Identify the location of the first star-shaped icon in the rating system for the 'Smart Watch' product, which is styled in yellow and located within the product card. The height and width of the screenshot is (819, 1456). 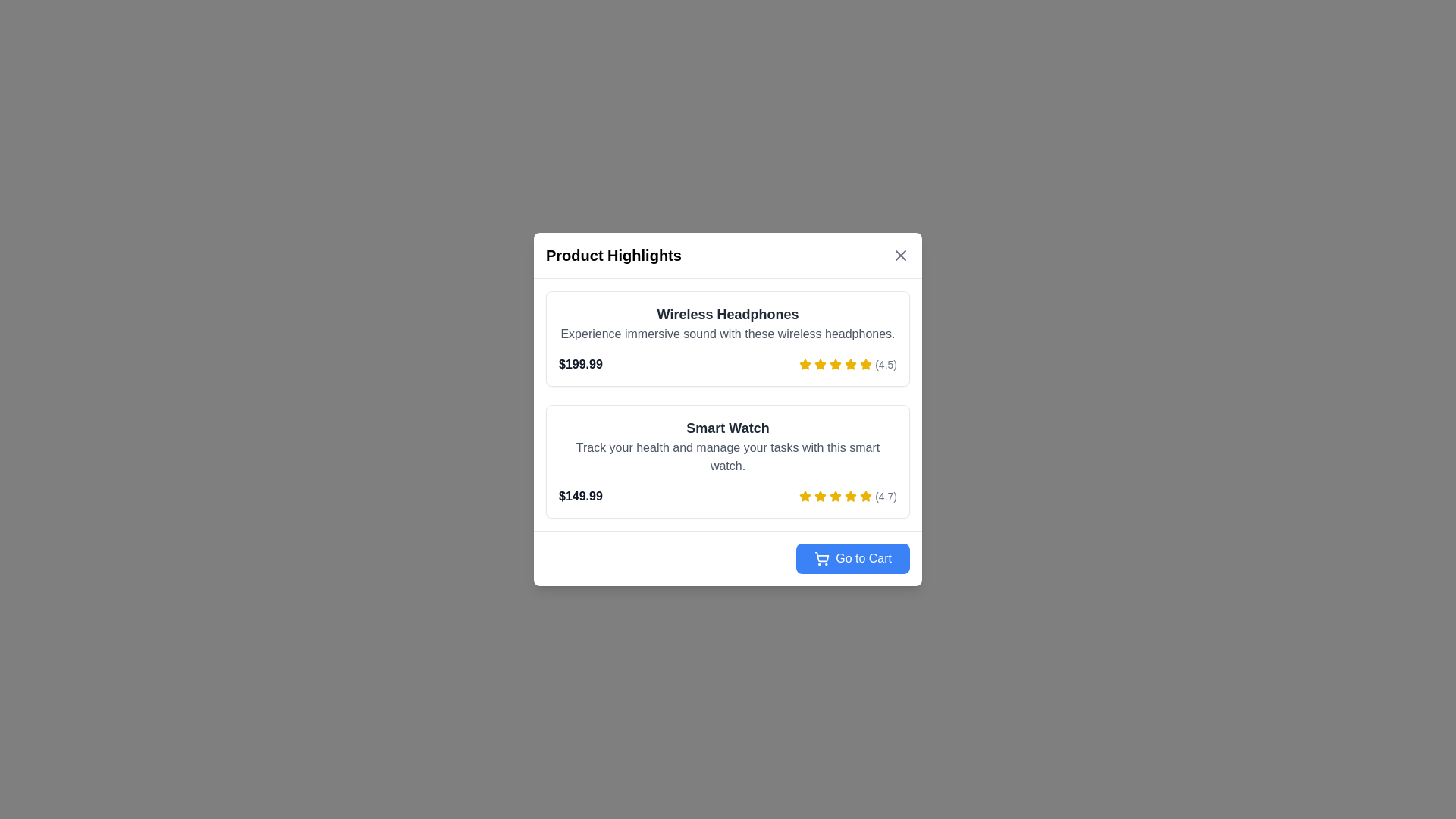
(805, 497).